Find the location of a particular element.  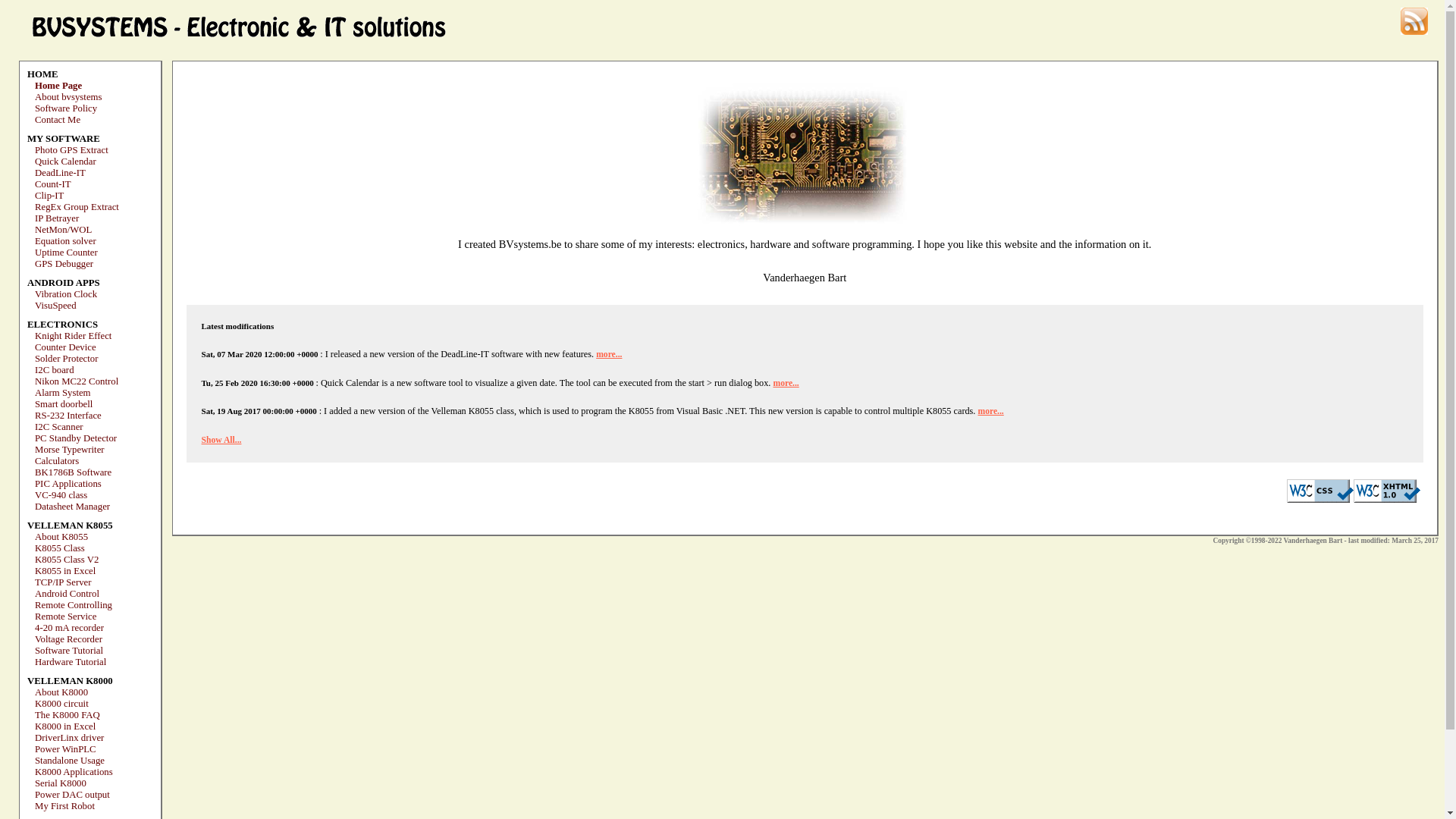

'Photo GPS Extract' is located at coordinates (71, 149).